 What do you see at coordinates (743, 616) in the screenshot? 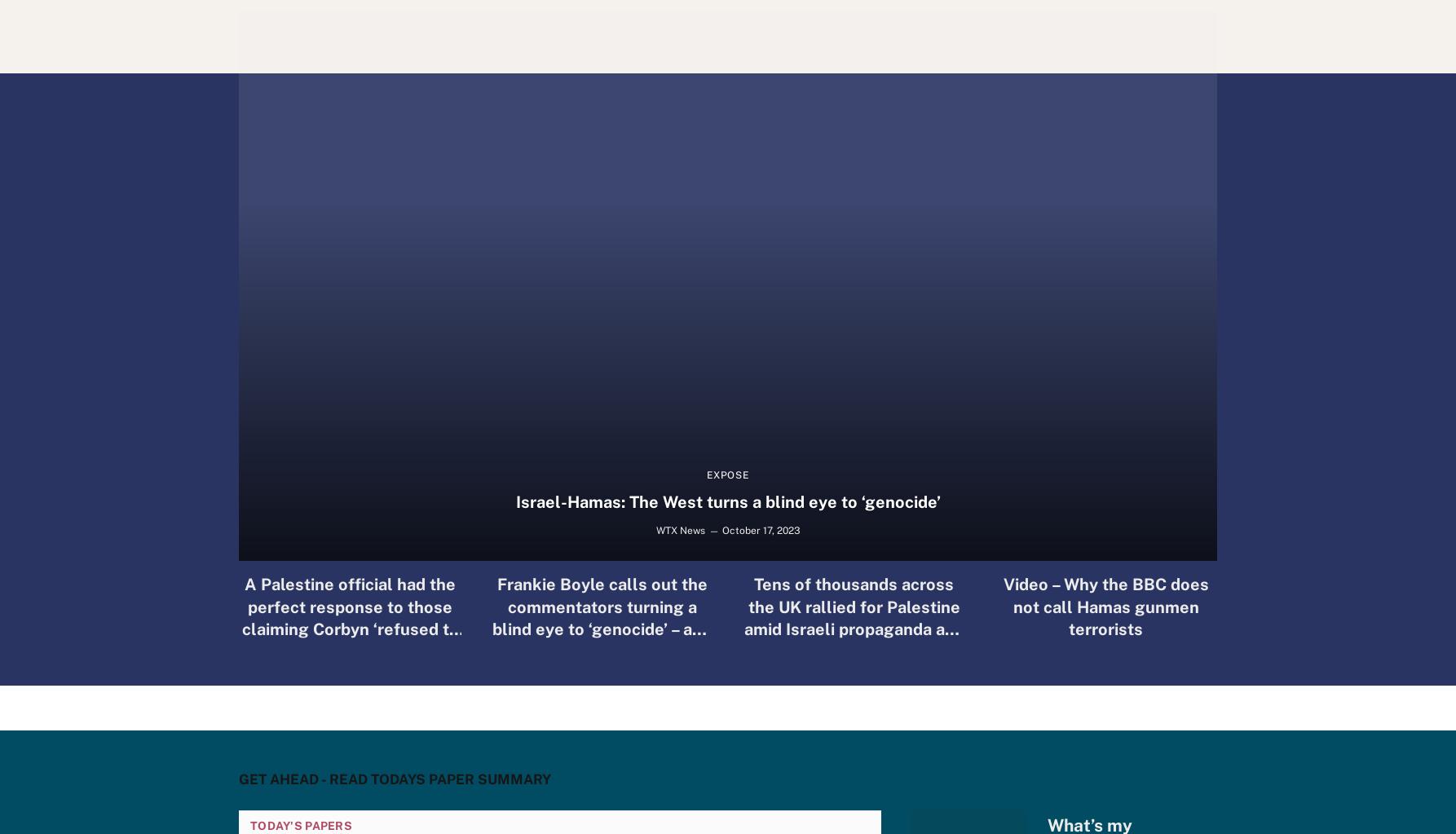
I see `'Tens of thousands across the UK rallied for Palestine amid Israeli propaganda and aggressive cops'` at bounding box center [743, 616].